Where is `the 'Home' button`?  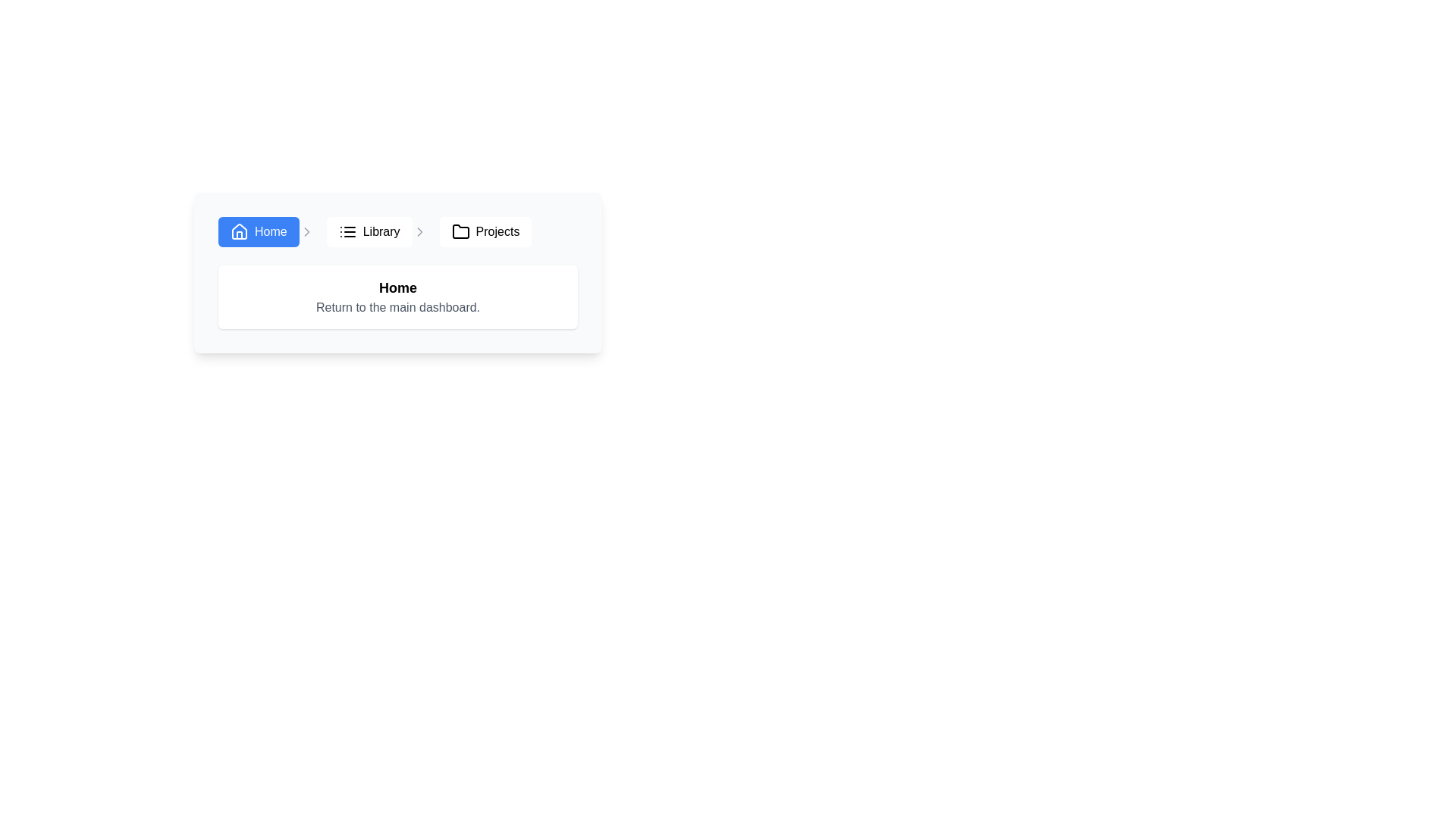 the 'Home' button is located at coordinates (239, 231).